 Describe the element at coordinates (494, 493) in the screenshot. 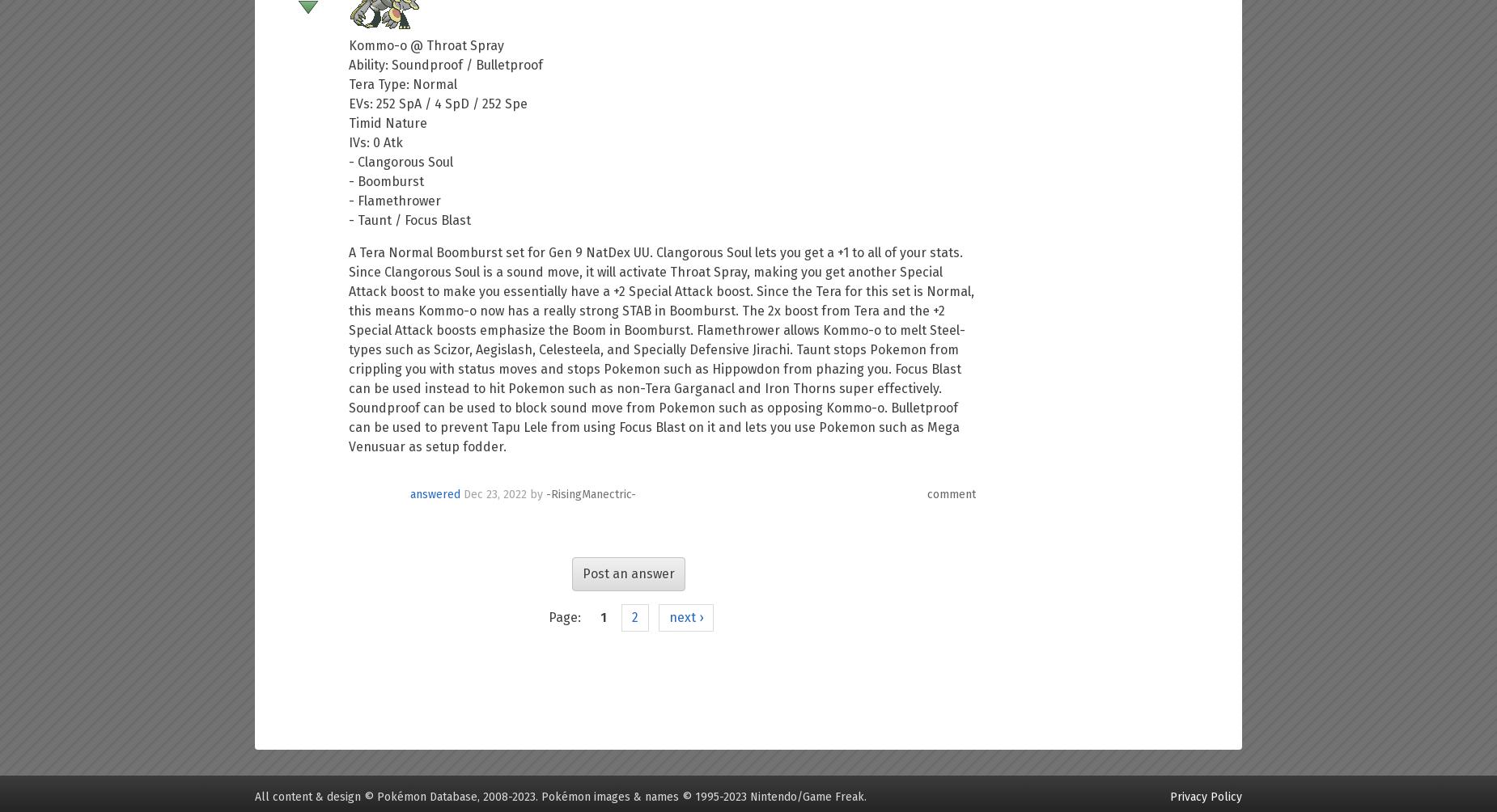

I see `'Dec 23, 2022'` at that location.